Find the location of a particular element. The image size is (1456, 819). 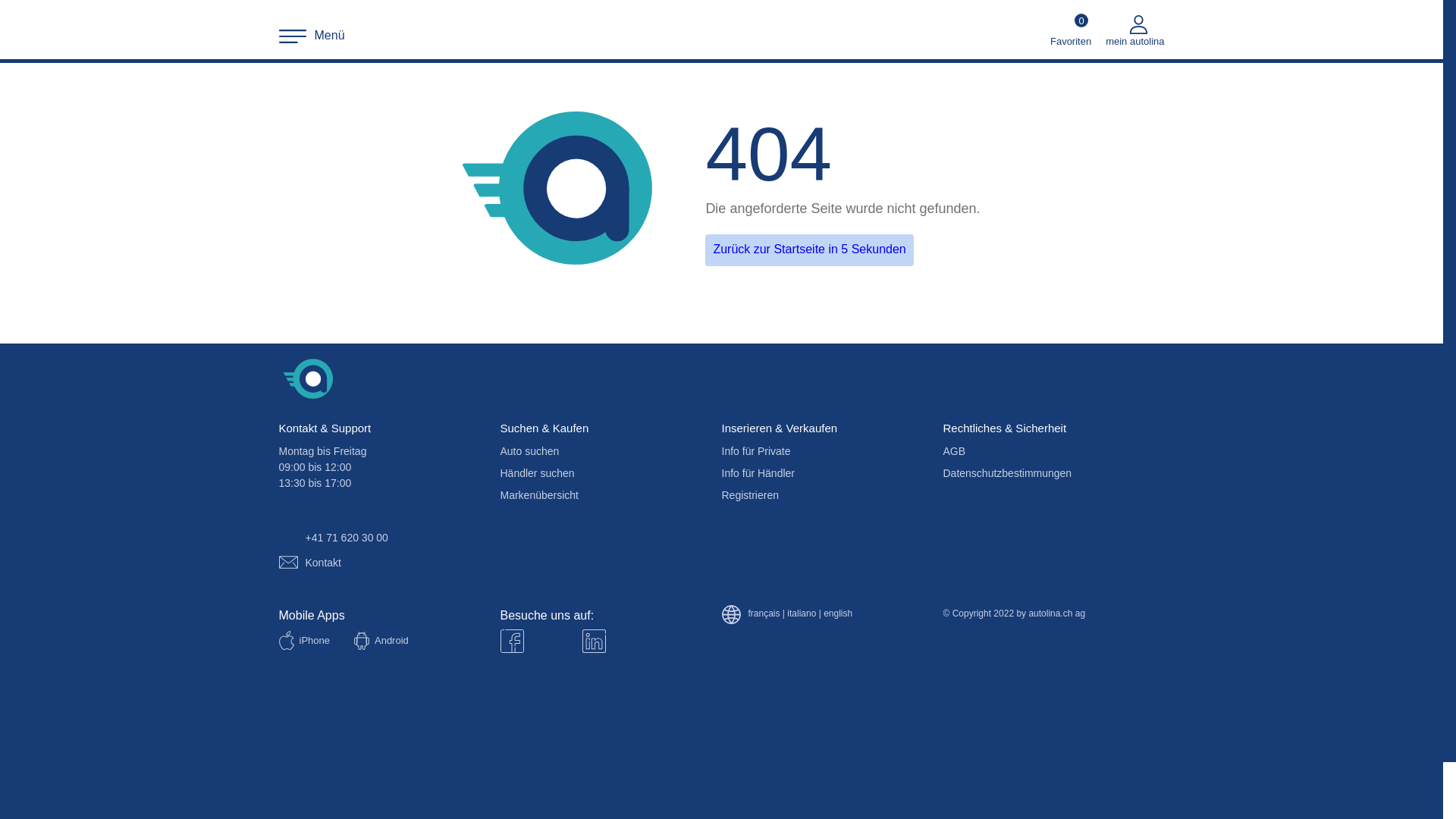

'Auto suchen' is located at coordinates (495, 450).